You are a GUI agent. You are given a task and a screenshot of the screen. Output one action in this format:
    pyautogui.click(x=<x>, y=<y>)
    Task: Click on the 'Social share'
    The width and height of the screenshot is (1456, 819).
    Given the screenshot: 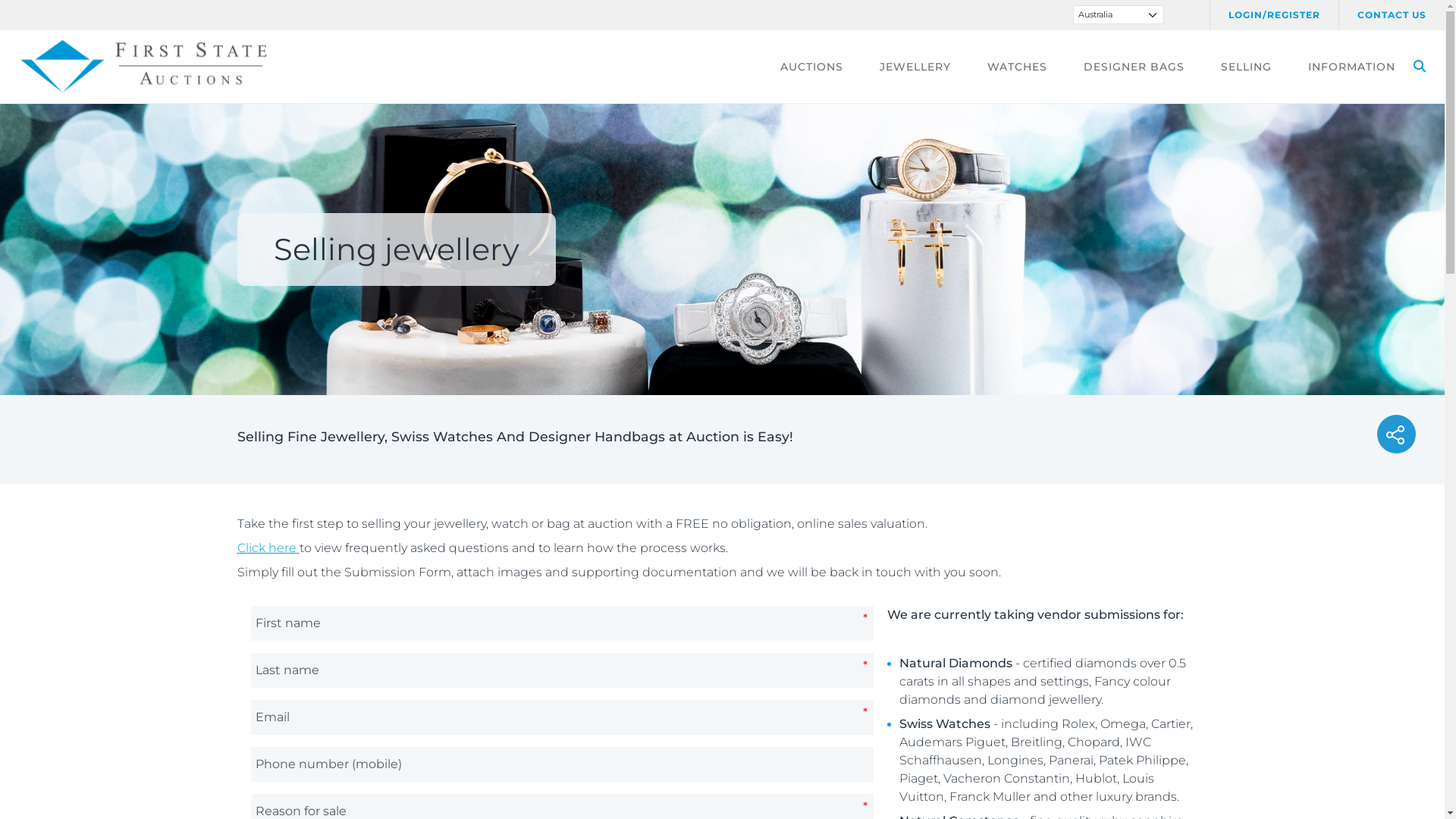 What is the action you would take?
    pyautogui.click(x=1376, y=434)
    